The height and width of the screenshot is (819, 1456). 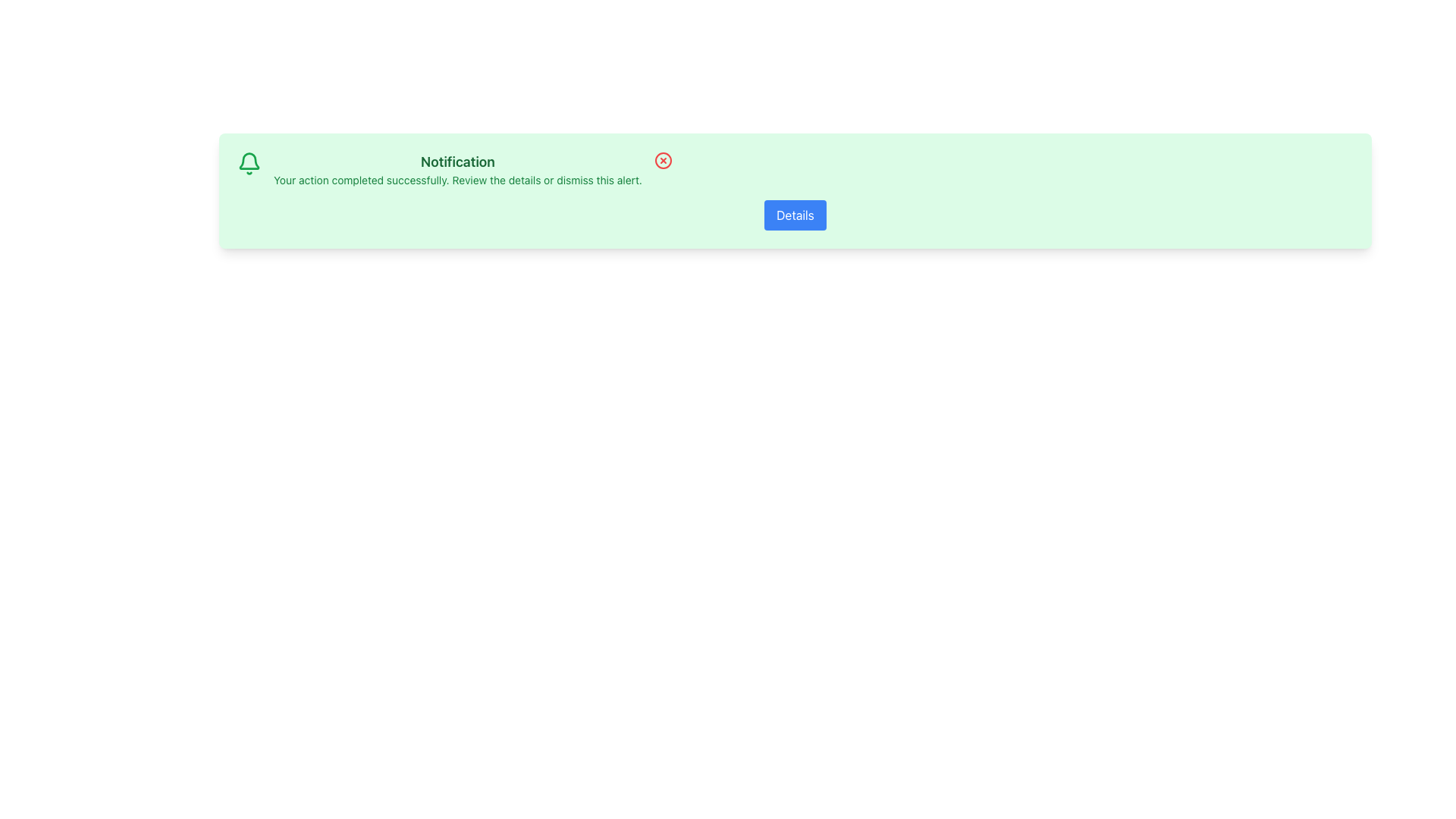 What do you see at coordinates (249, 164) in the screenshot?
I see `the green outlined bell icon located to the left of the notification content in the green-themed notification banner` at bounding box center [249, 164].